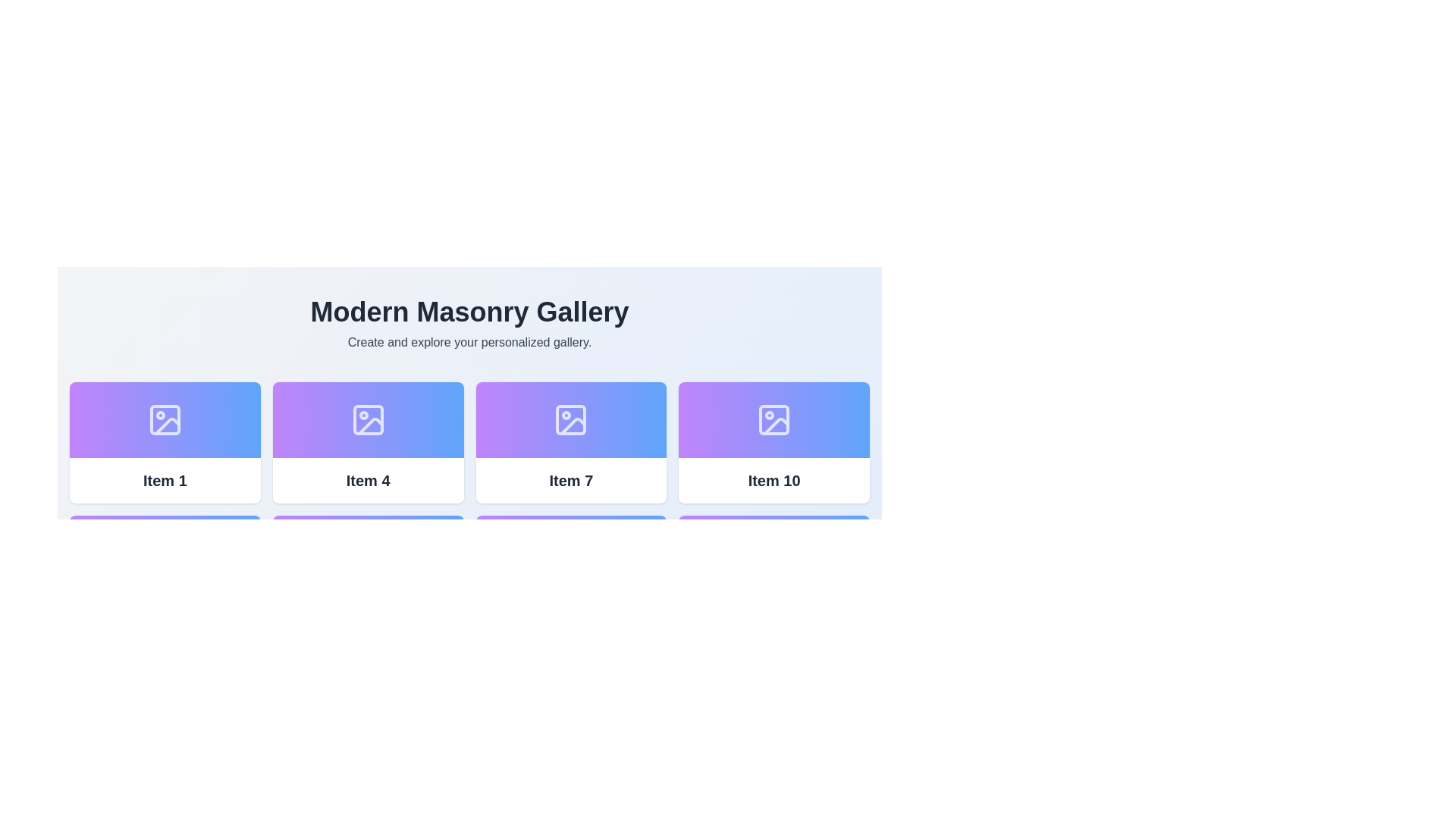 The width and height of the screenshot is (1456, 819). I want to click on the third item in the third row of the grid layout, which represents a gallery item or categorized element, so click(570, 442).